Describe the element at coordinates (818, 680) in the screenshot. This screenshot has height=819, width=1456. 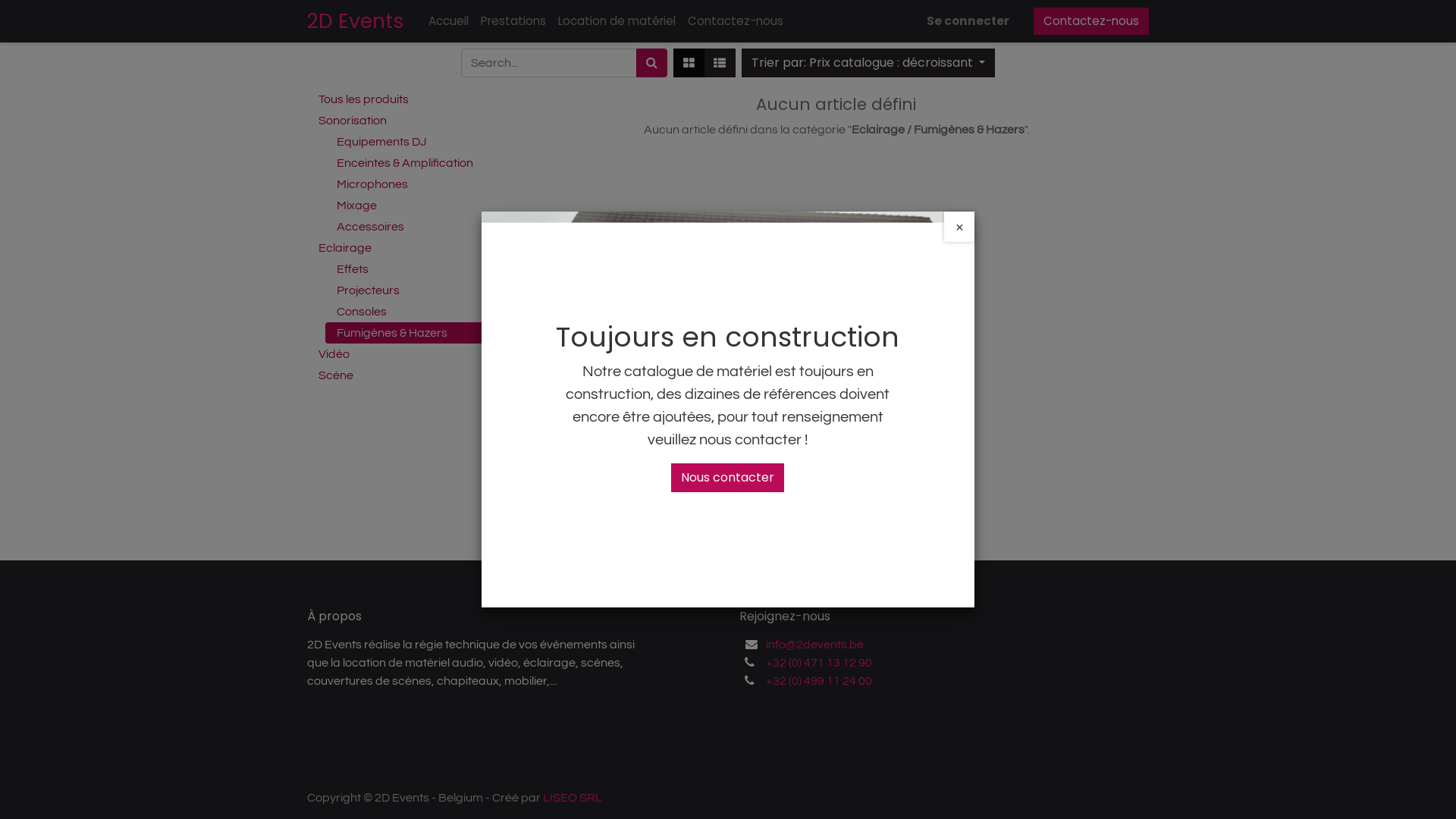
I see `'+32 (0) 499 11 24 00'` at that location.